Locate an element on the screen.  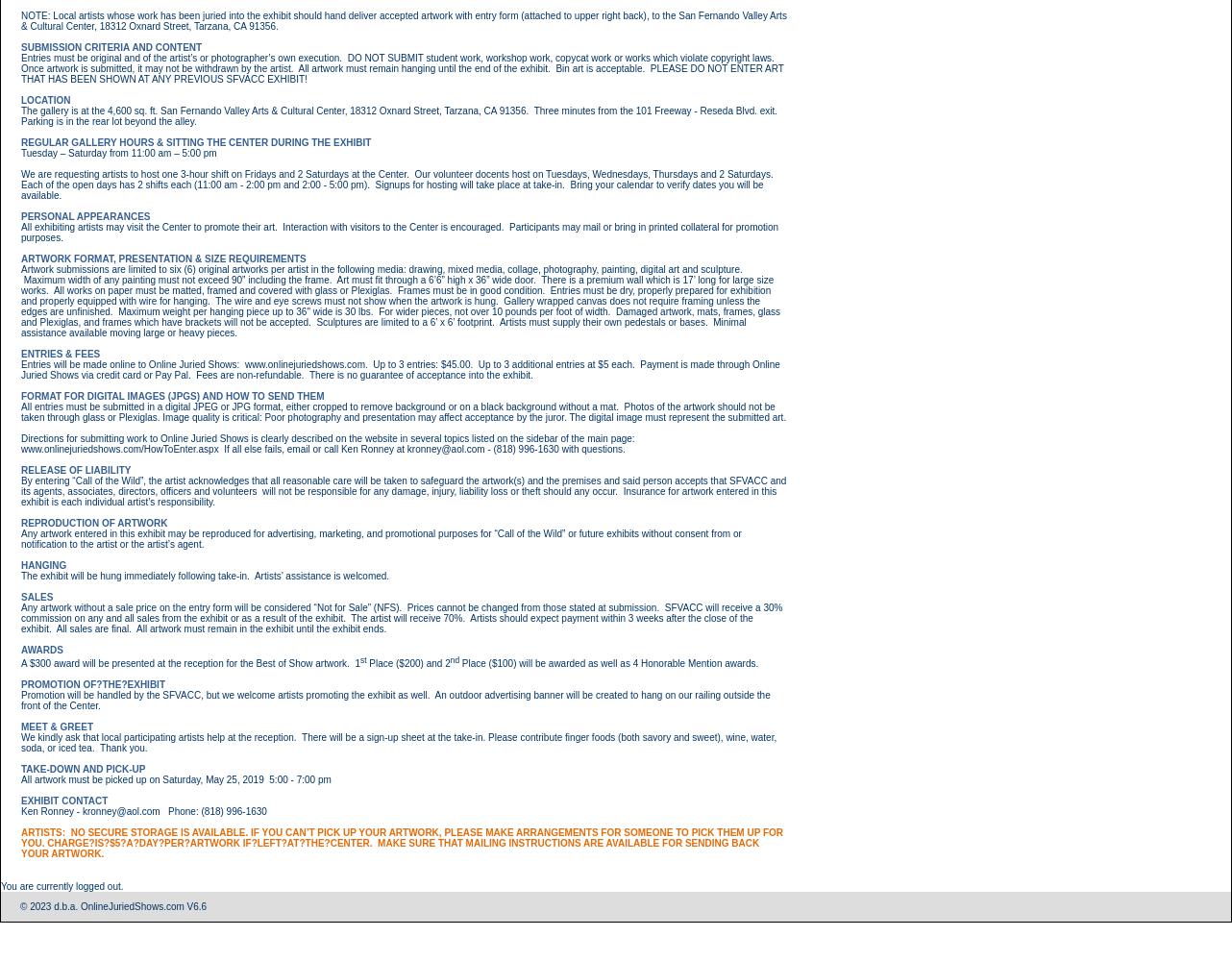
'5:00 - 7:00 pm' is located at coordinates (300, 778).